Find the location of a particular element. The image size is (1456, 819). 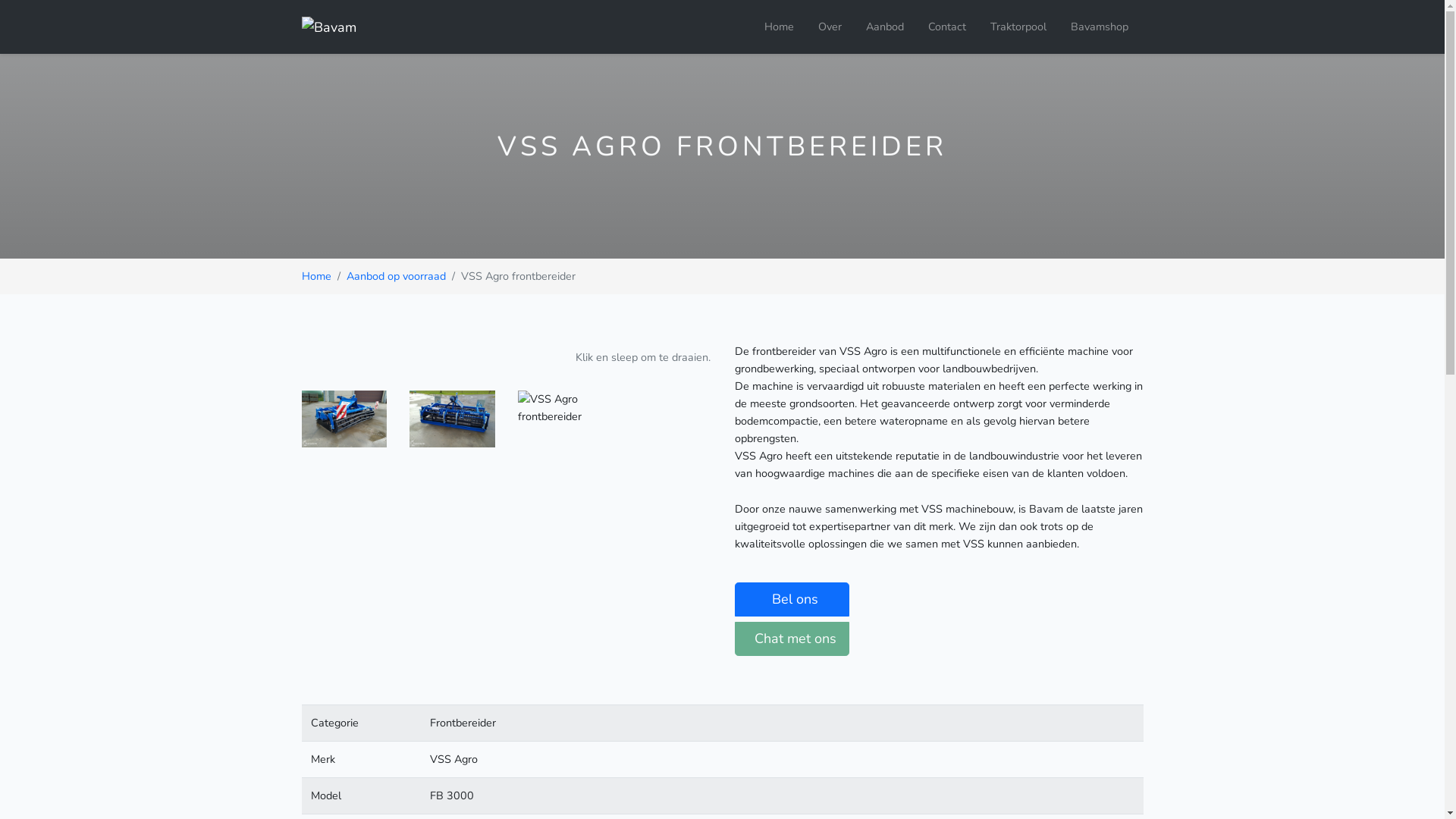

'Home' is located at coordinates (315, 275).